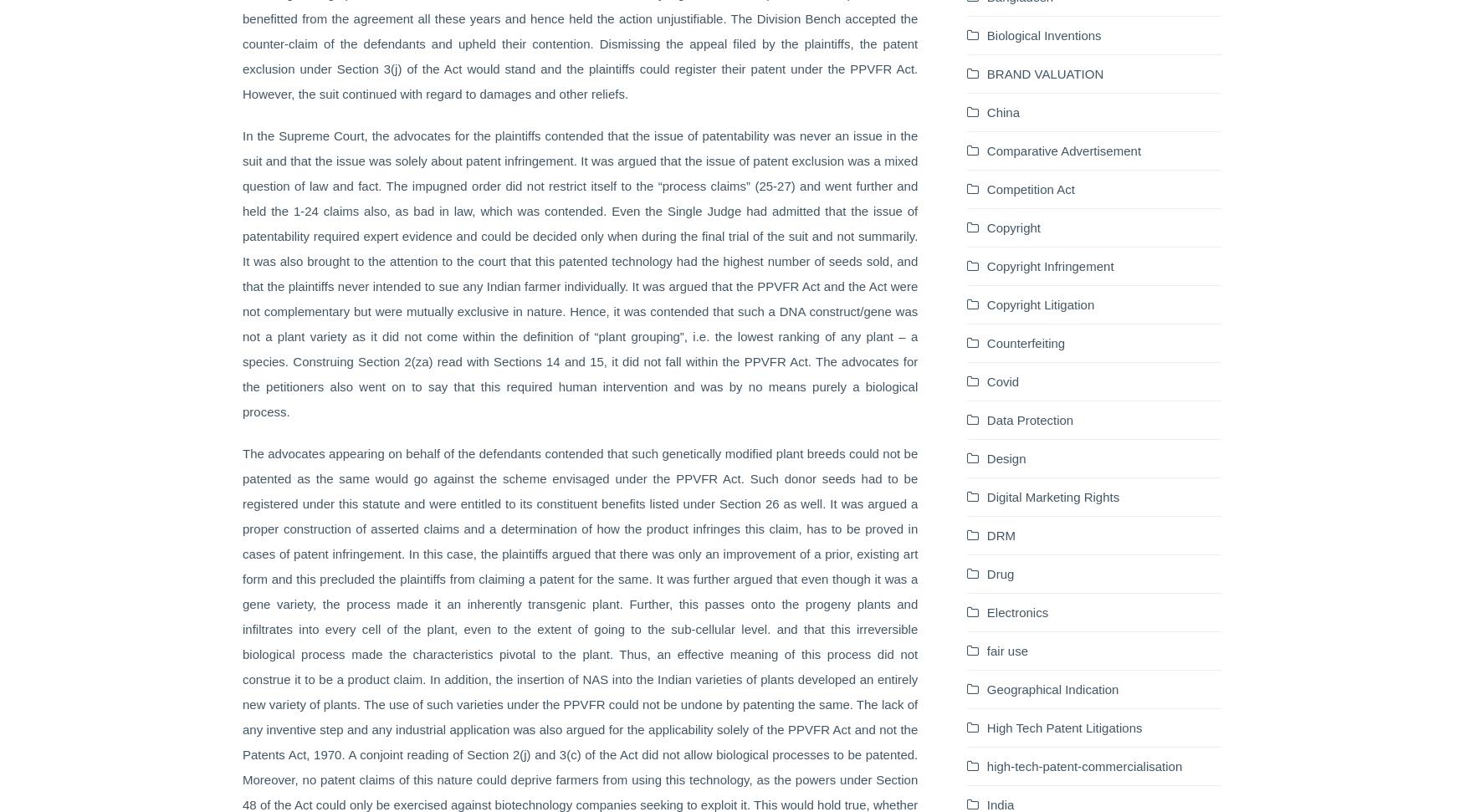  I want to click on 'Design', so click(1006, 457).